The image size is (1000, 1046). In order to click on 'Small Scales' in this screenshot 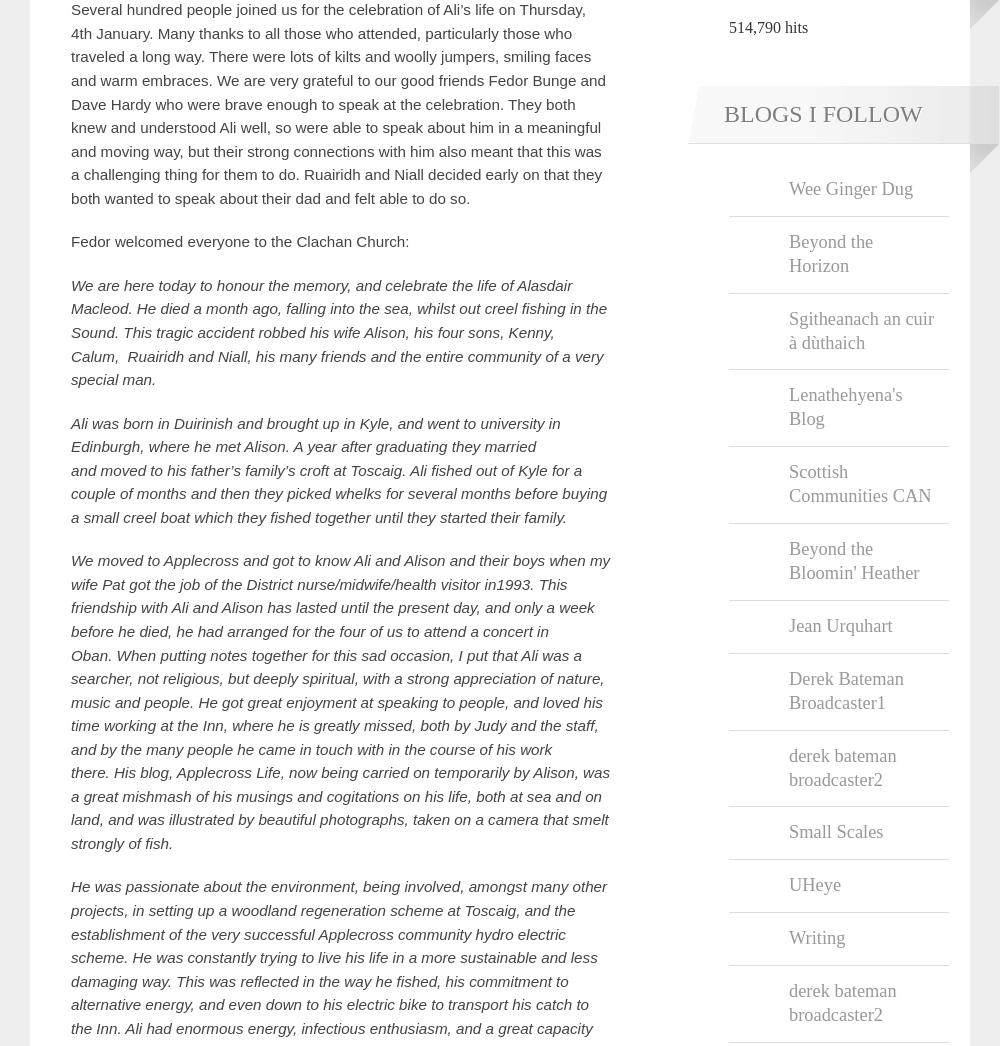, I will do `click(835, 831)`.